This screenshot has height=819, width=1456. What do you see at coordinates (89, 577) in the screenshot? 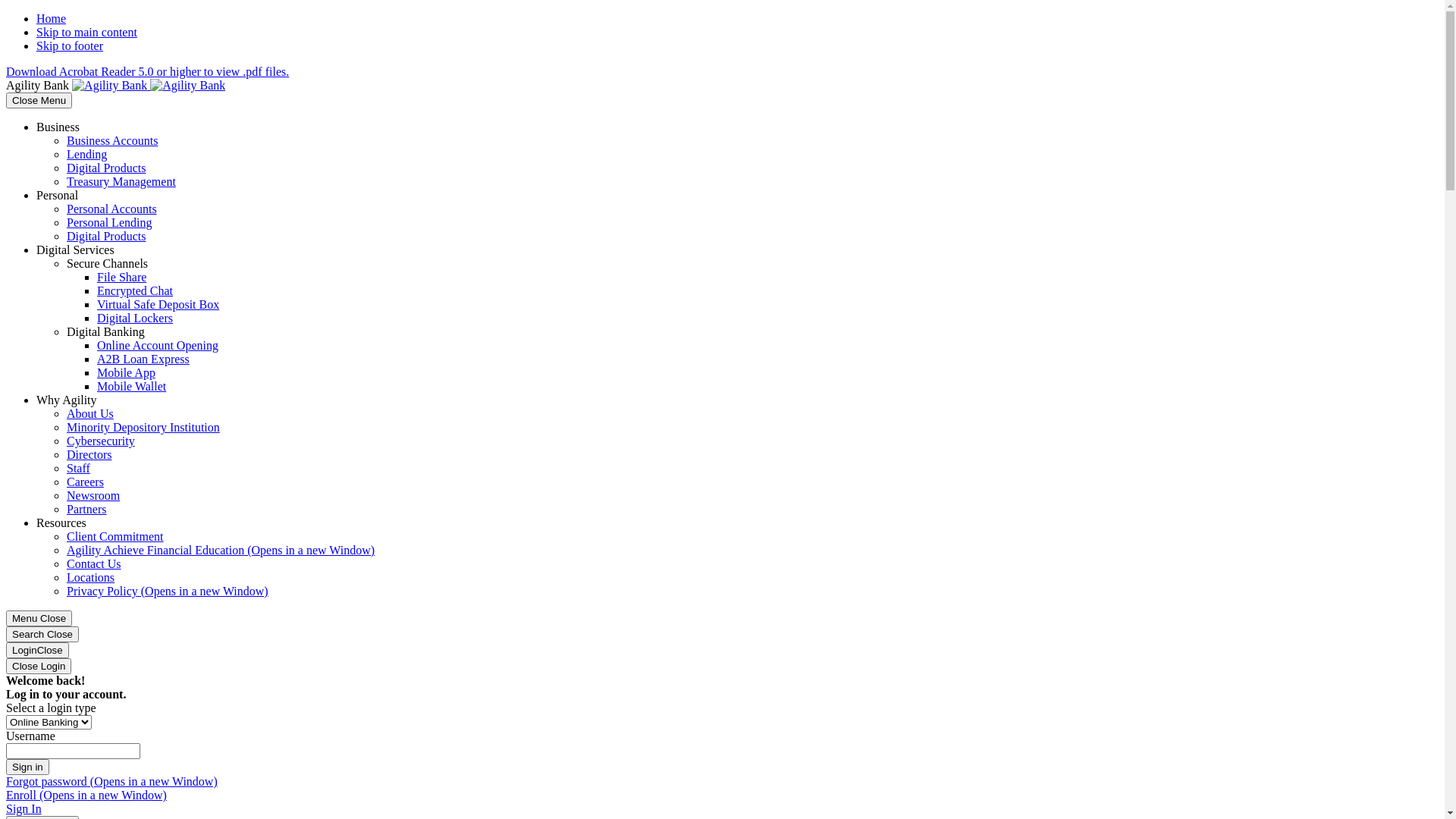
I see `'Locations'` at bounding box center [89, 577].